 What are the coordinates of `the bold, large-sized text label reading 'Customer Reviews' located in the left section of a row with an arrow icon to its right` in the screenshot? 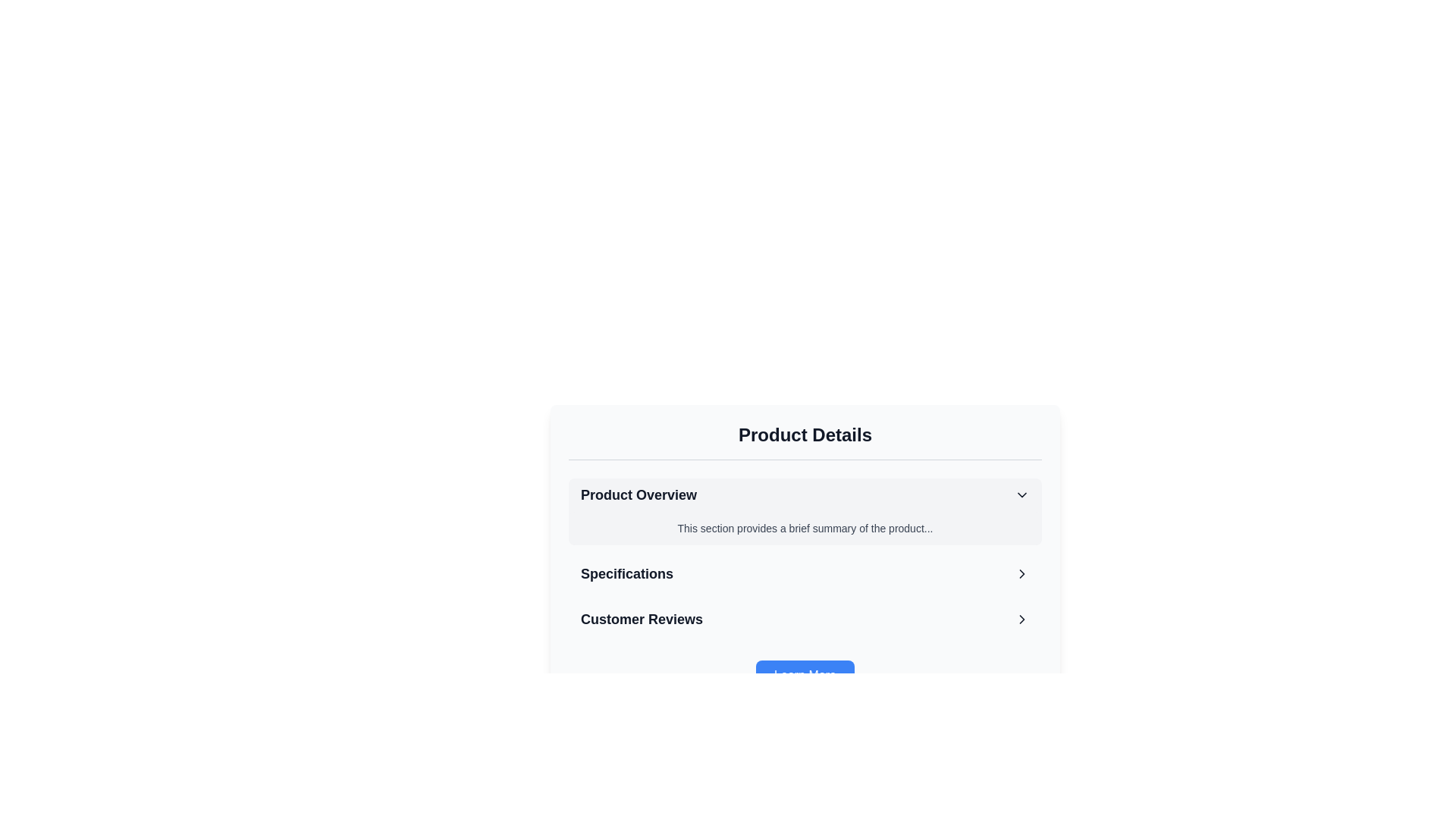 It's located at (642, 620).